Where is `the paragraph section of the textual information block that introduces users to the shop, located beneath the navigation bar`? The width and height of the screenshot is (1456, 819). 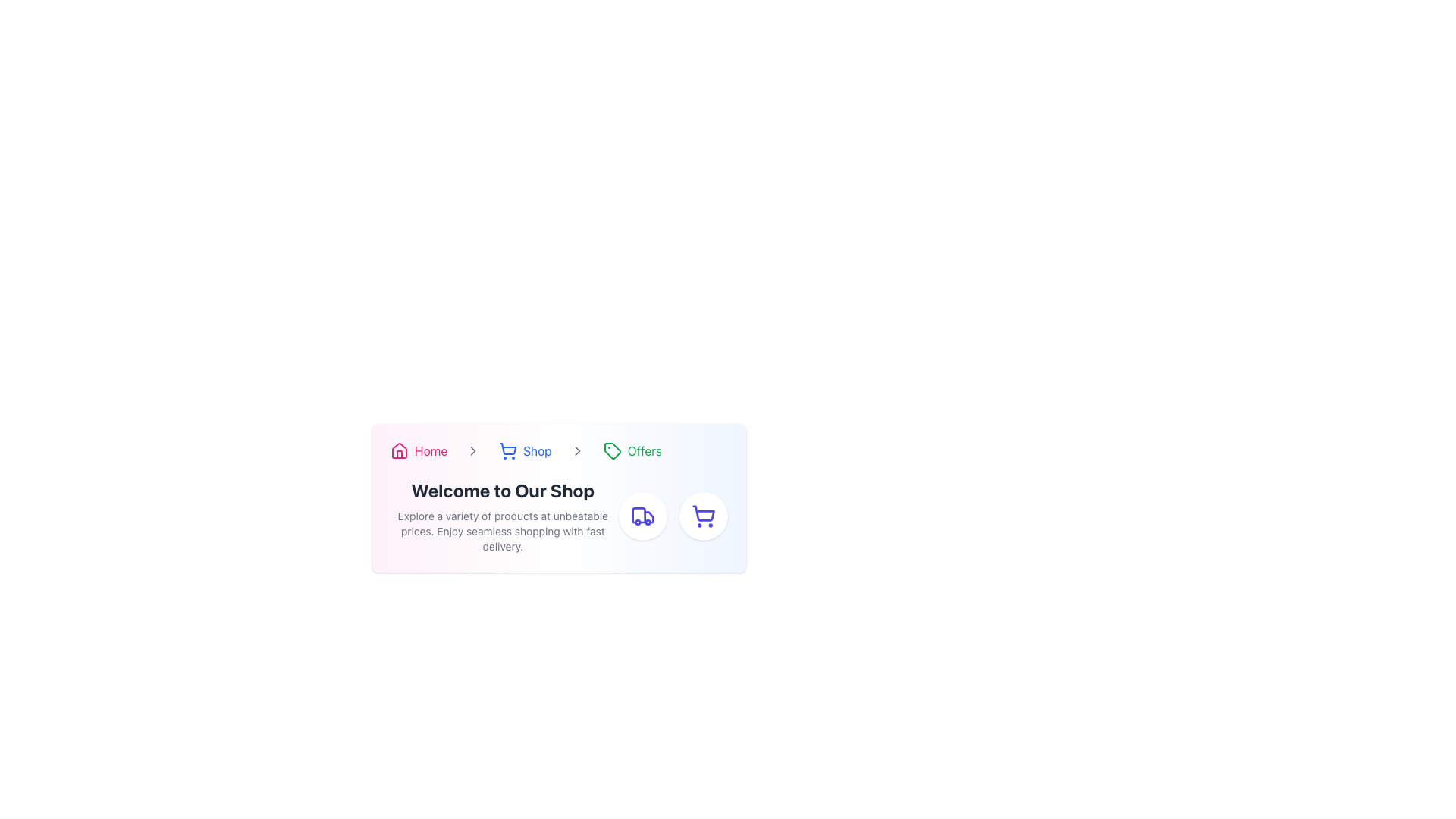 the paragraph section of the textual information block that introduces users to the shop, located beneath the navigation bar is located at coordinates (558, 516).